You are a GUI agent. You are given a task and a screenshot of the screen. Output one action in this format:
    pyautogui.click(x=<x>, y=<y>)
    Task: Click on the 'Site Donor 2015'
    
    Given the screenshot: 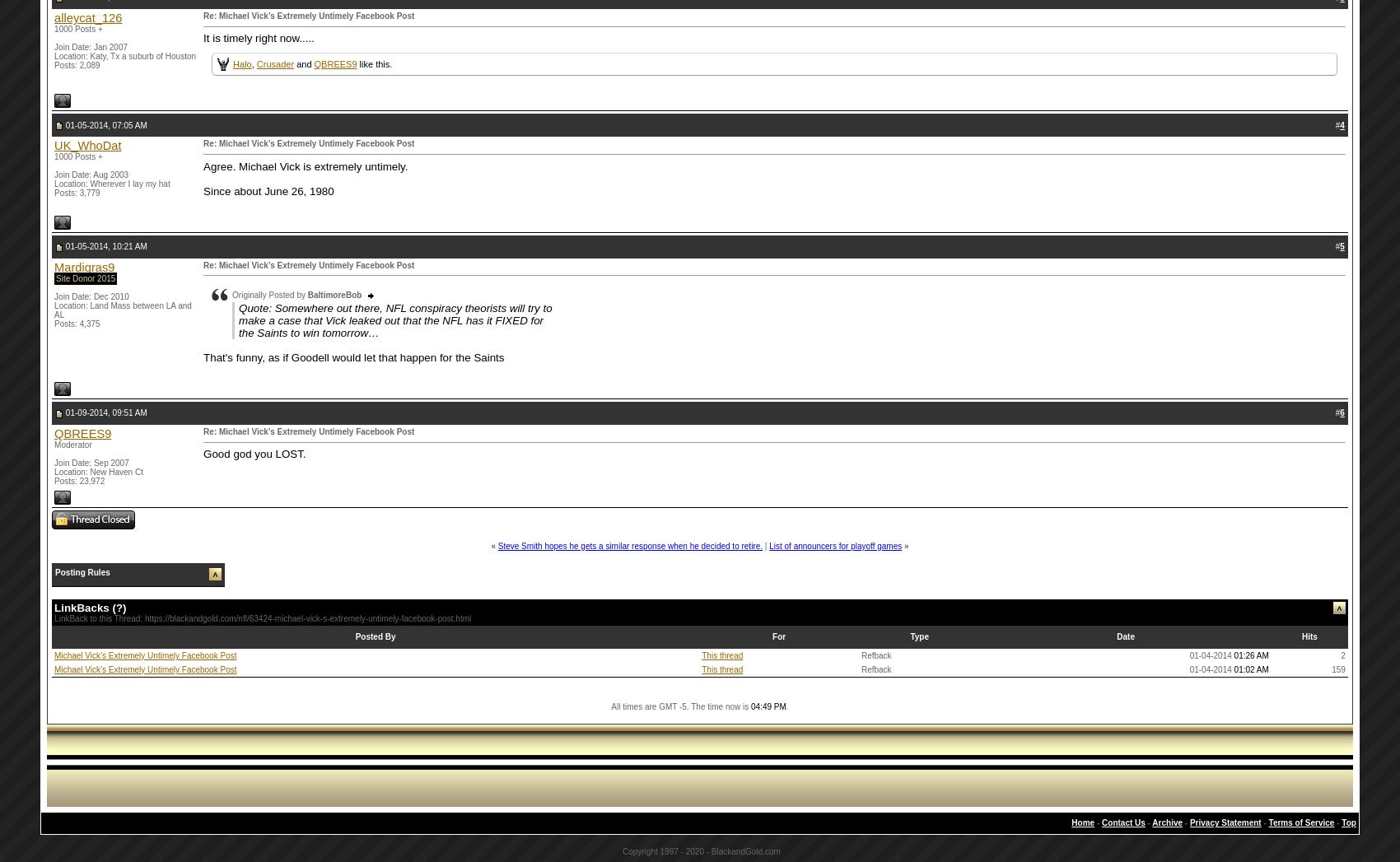 What is the action you would take?
    pyautogui.click(x=86, y=277)
    